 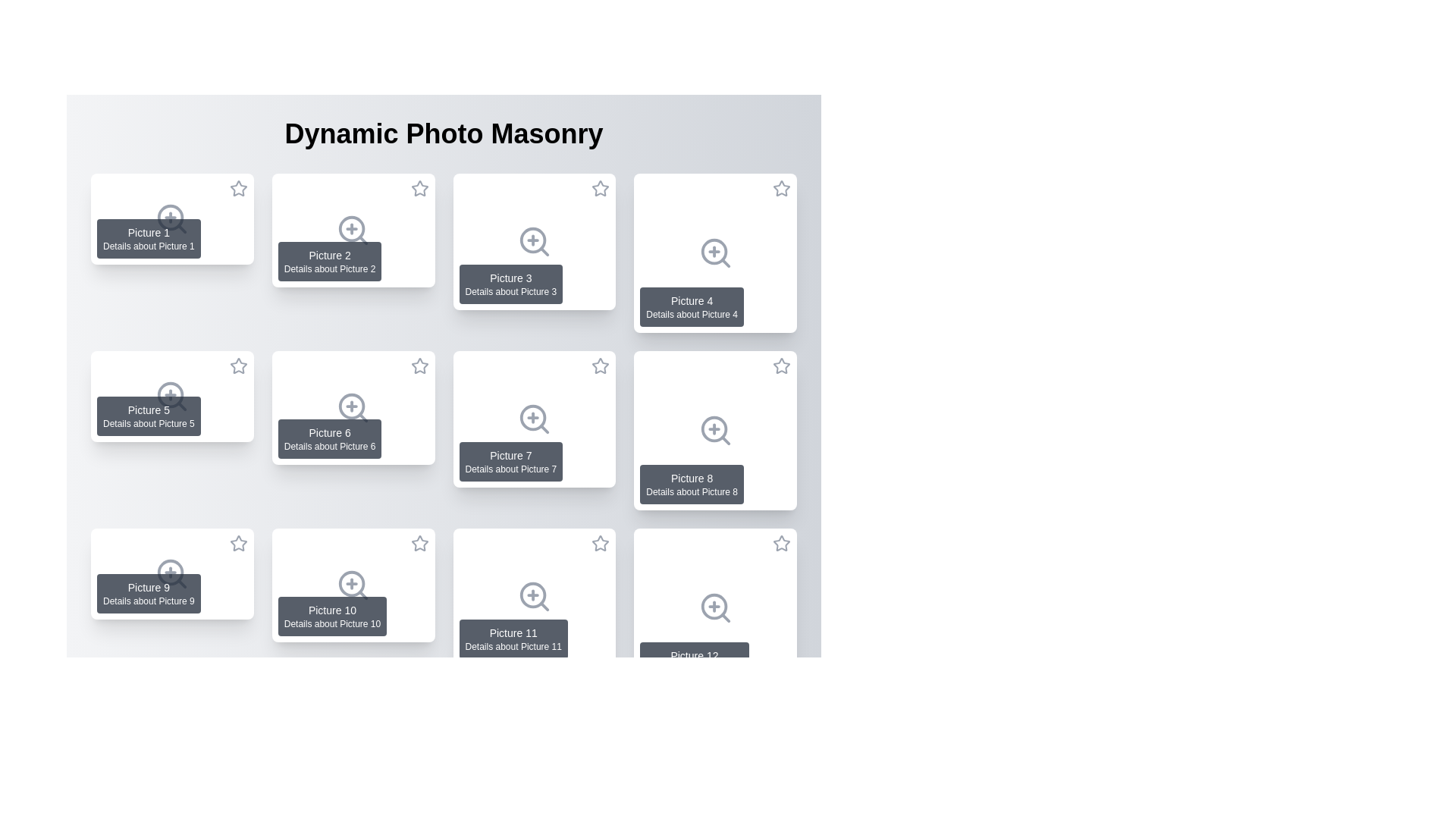 What do you see at coordinates (534, 241) in the screenshot?
I see `the card containing the magnifying glass icon located within the third card titled 'Picture 3', which is centrally positioned above the textual description` at bounding box center [534, 241].